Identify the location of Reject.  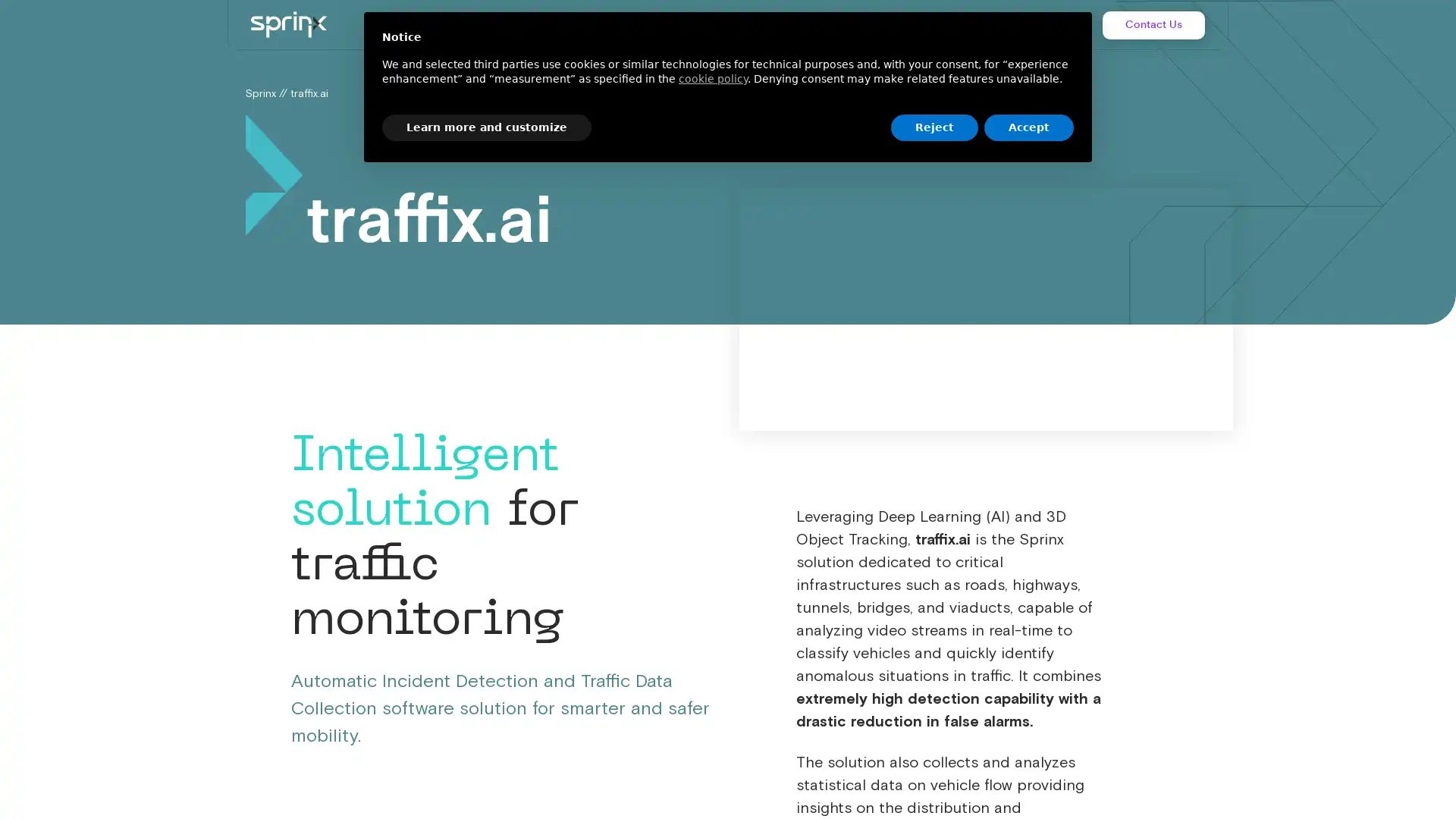
(934, 127).